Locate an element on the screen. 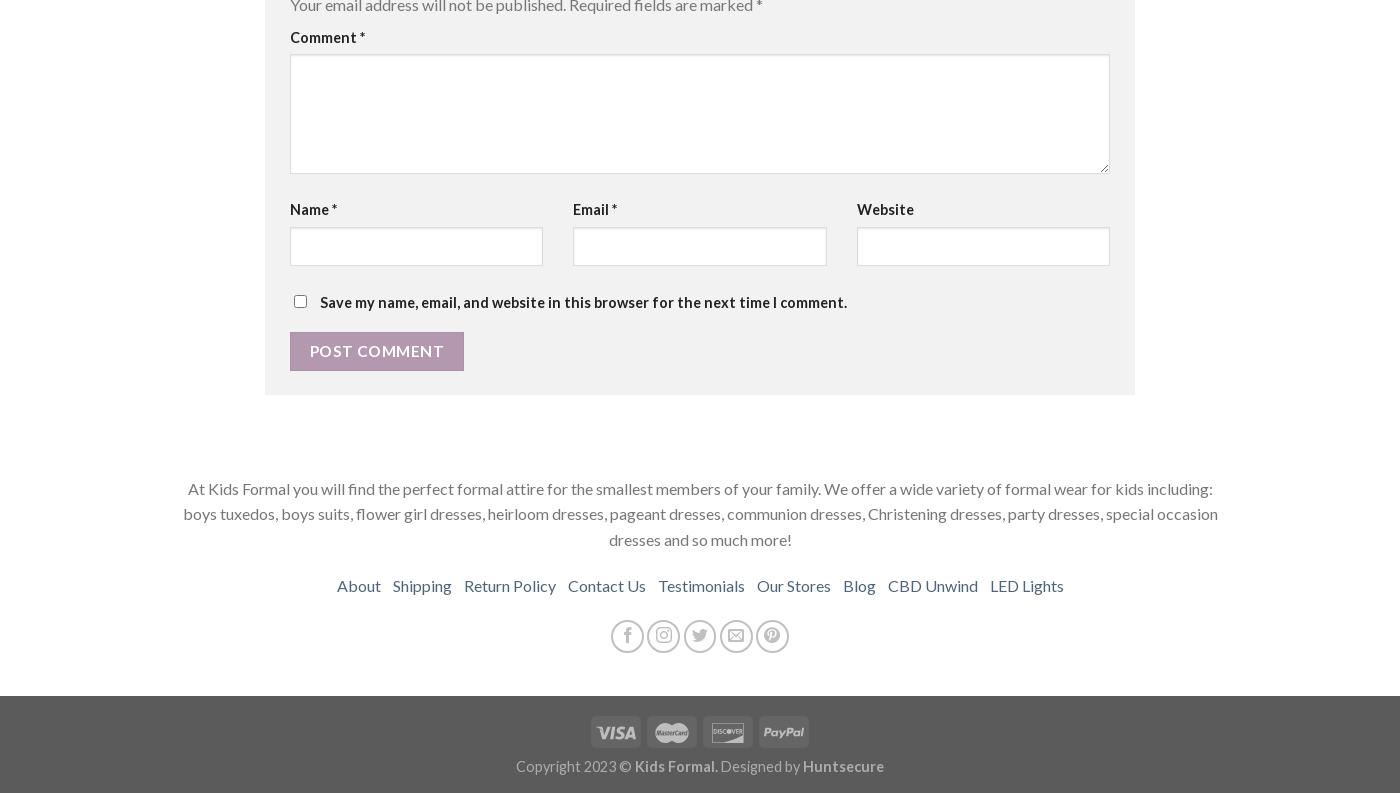  'Comment' is located at coordinates (324, 35).